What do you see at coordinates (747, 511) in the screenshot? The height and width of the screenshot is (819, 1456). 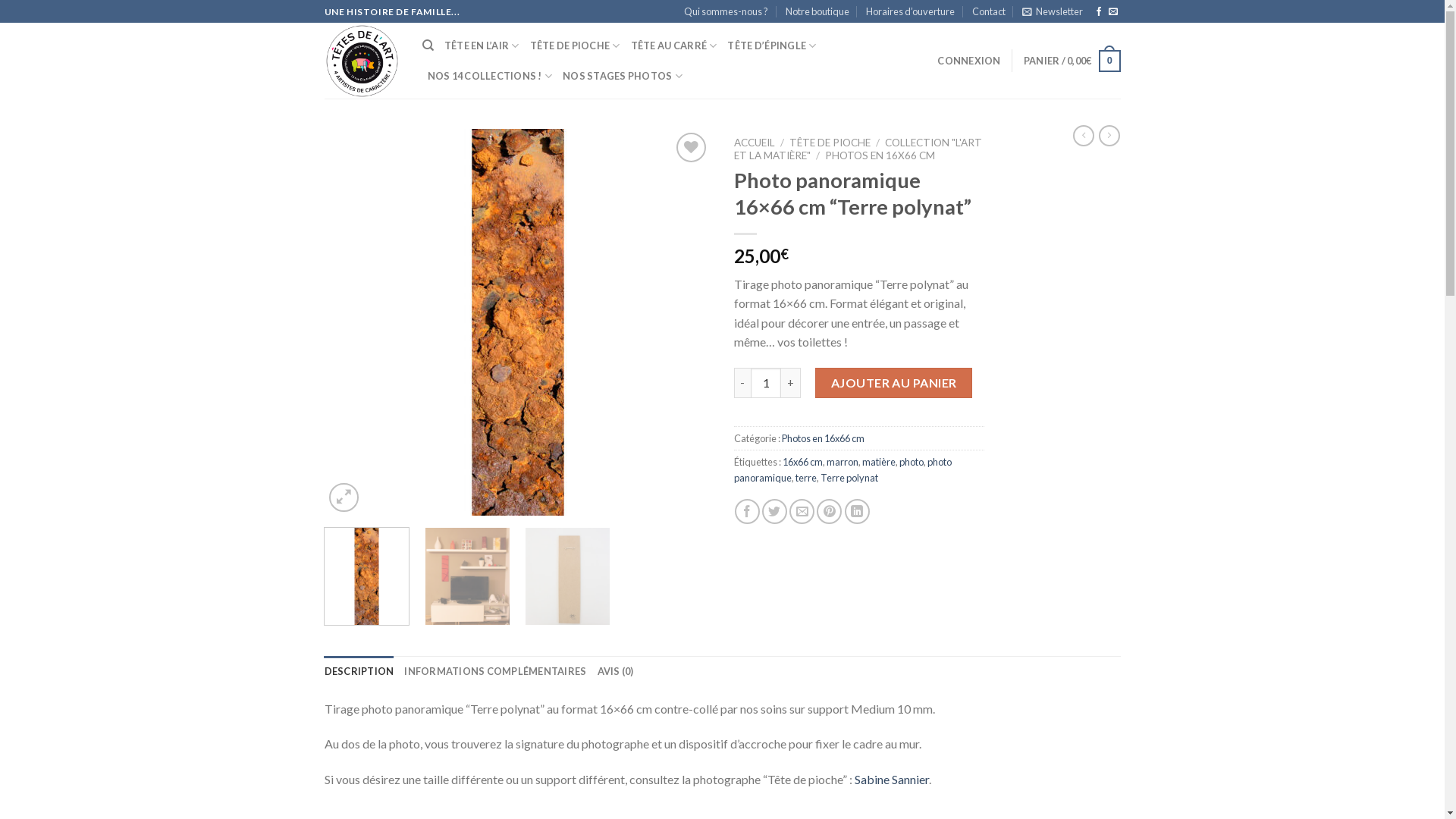 I see `'Partager sur Facebook'` at bounding box center [747, 511].